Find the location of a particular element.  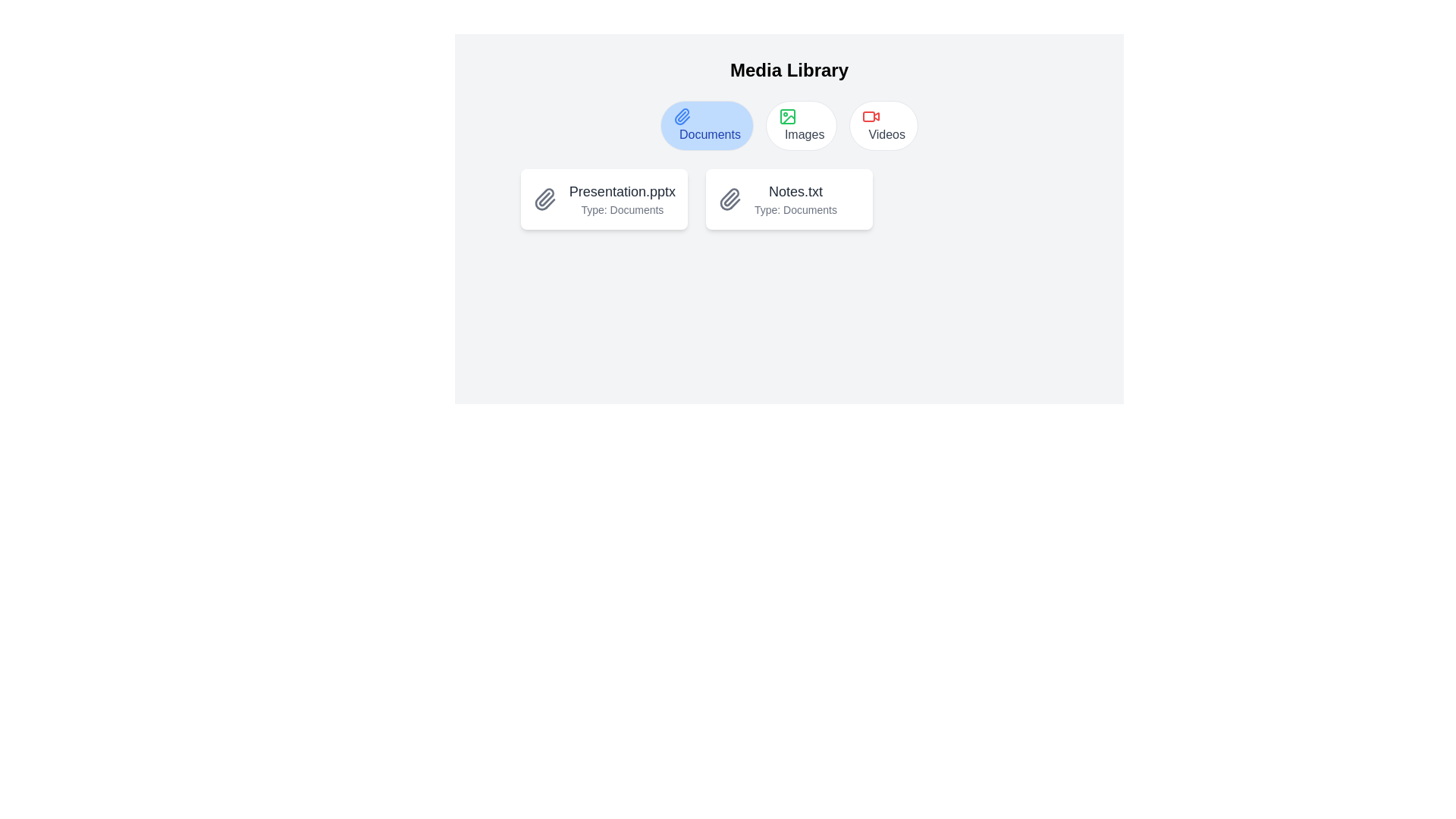

the red camera icon representing 'Video' located to the left of the 'Videos' label is located at coordinates (871, 116).